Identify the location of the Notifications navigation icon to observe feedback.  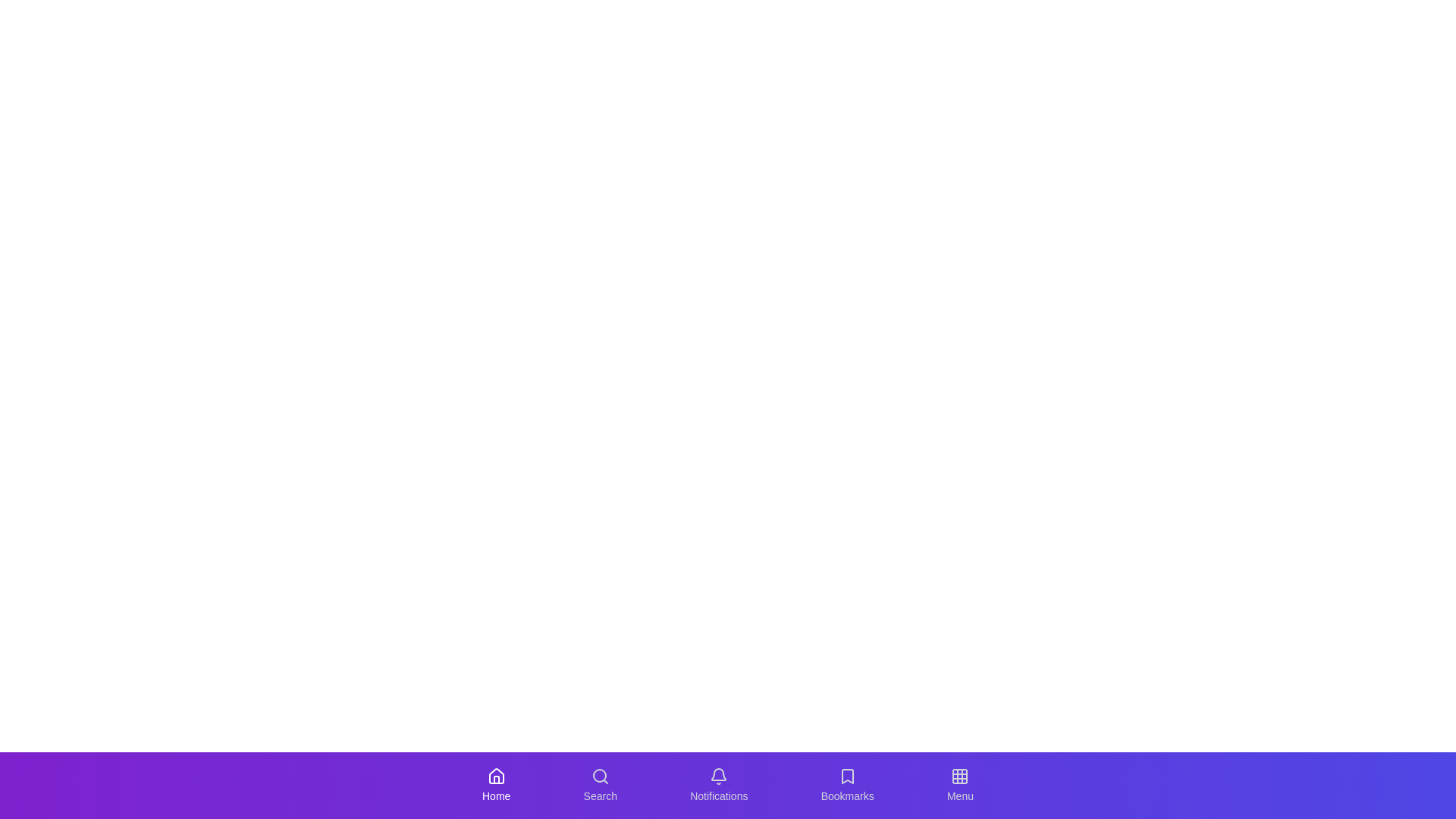
(718, 785).